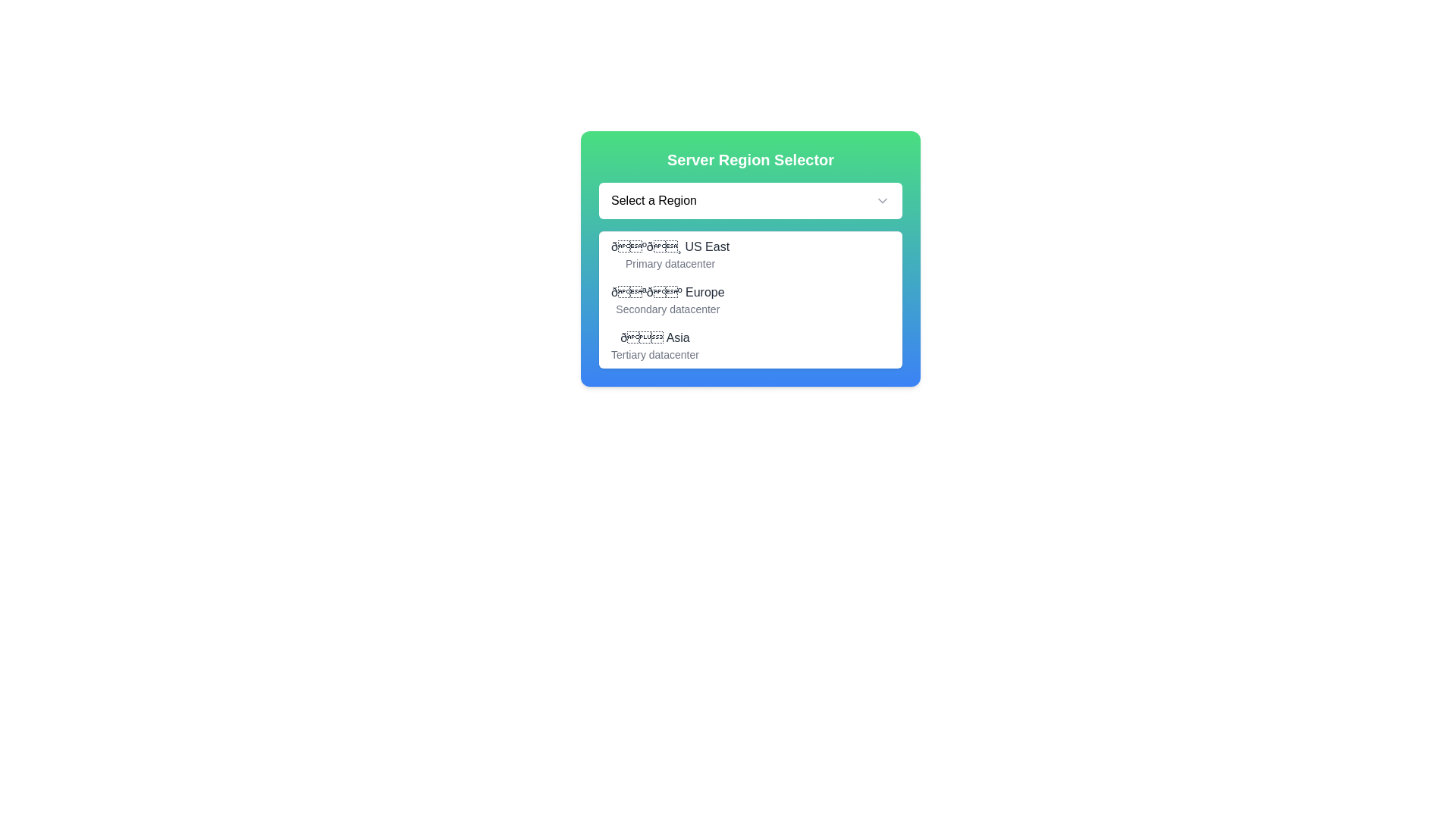 This screenshot has height=819, width=1456. I want to click on the first item in the dropdown list, which displays a flag emoji followed by 'US East', so click(750, 253).